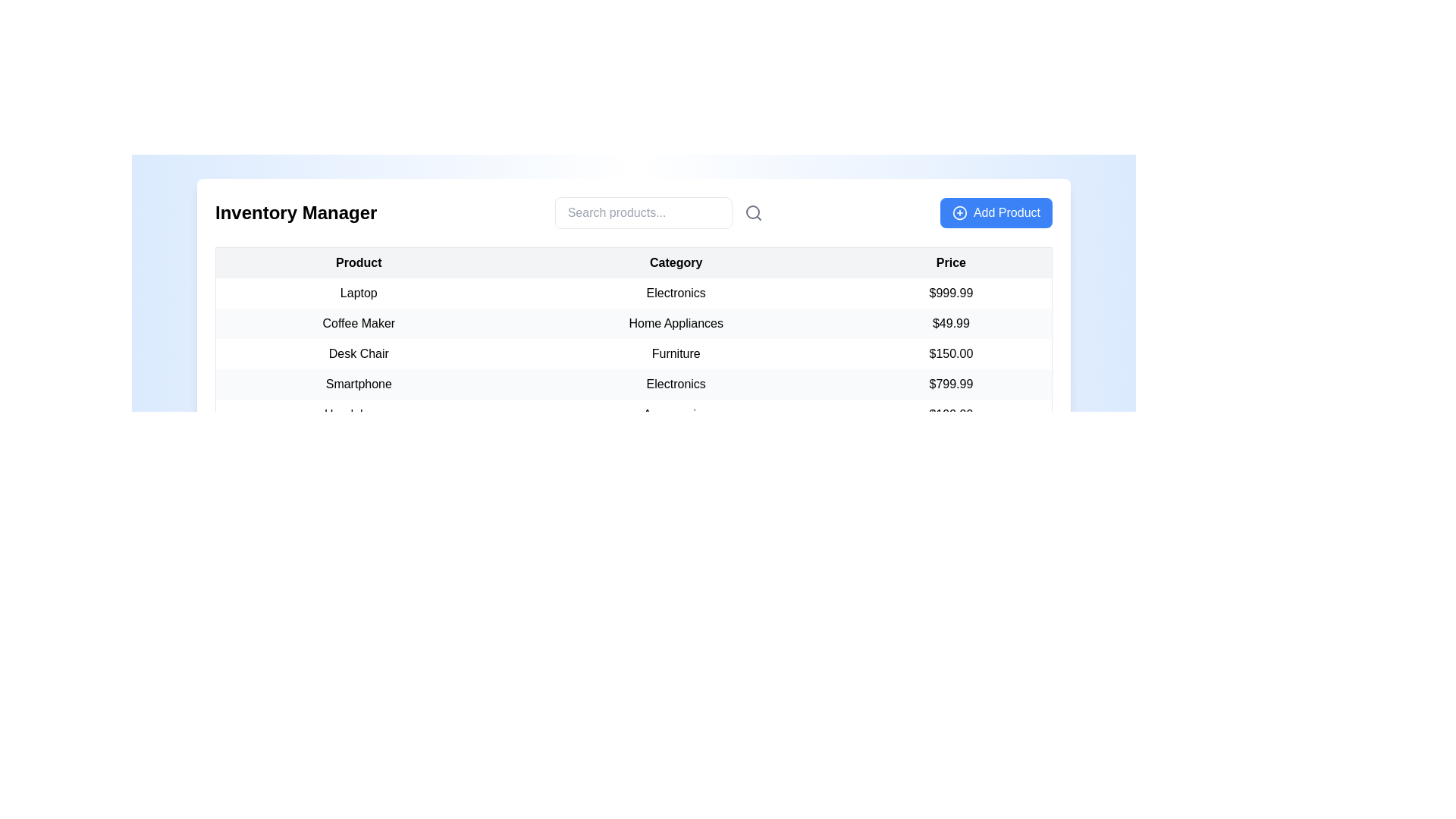  Describe the element at coordinates (358, 262) in the screenshot. I see `the 'Product Name' header to sort the column in the table` at that location.